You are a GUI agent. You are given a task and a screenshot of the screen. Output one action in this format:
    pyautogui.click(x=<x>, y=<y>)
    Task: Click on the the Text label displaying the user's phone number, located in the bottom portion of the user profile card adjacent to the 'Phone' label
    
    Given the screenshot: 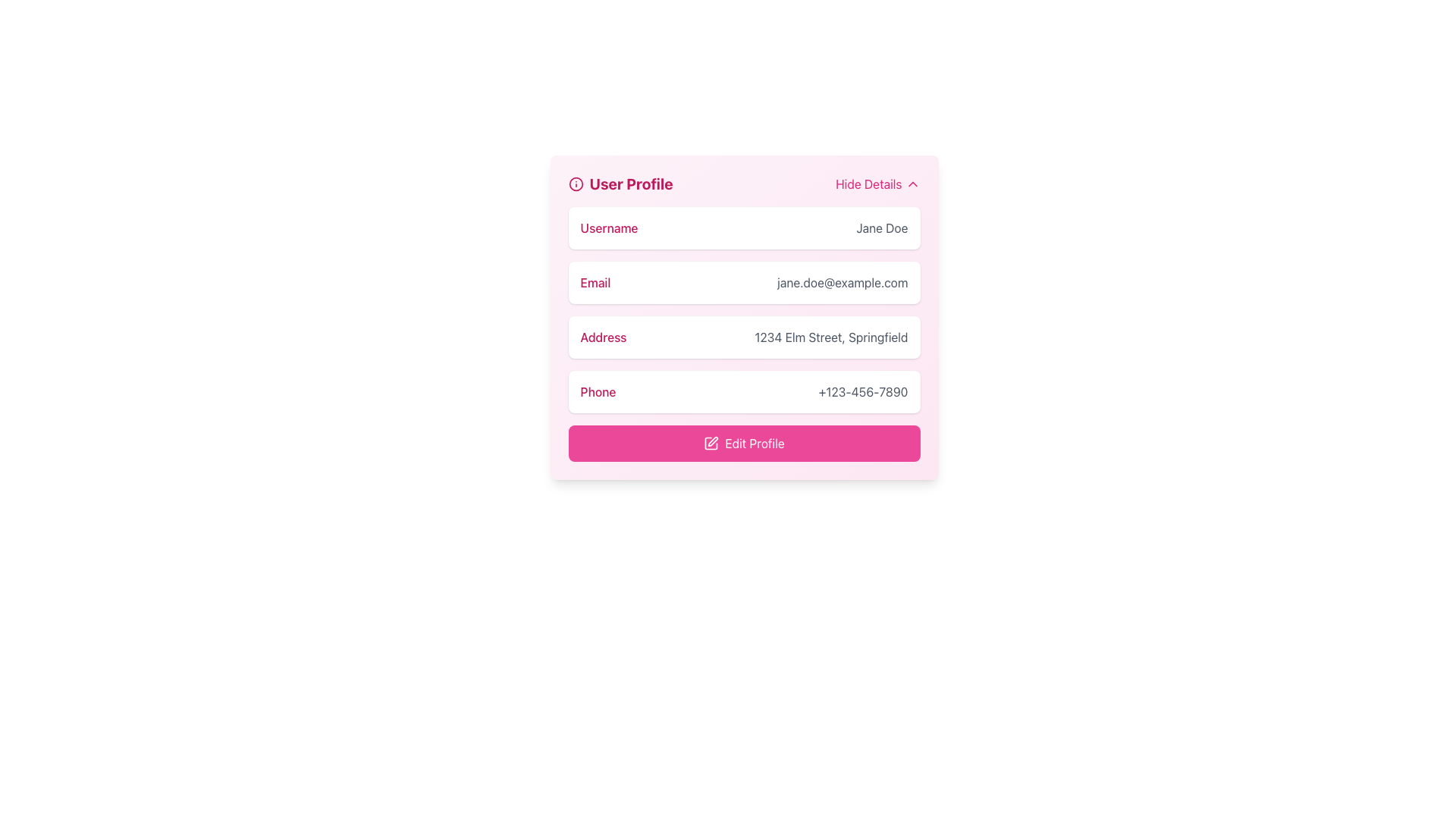 What is the action you would take?
    pyautogui.click(x=863, y=391)
    